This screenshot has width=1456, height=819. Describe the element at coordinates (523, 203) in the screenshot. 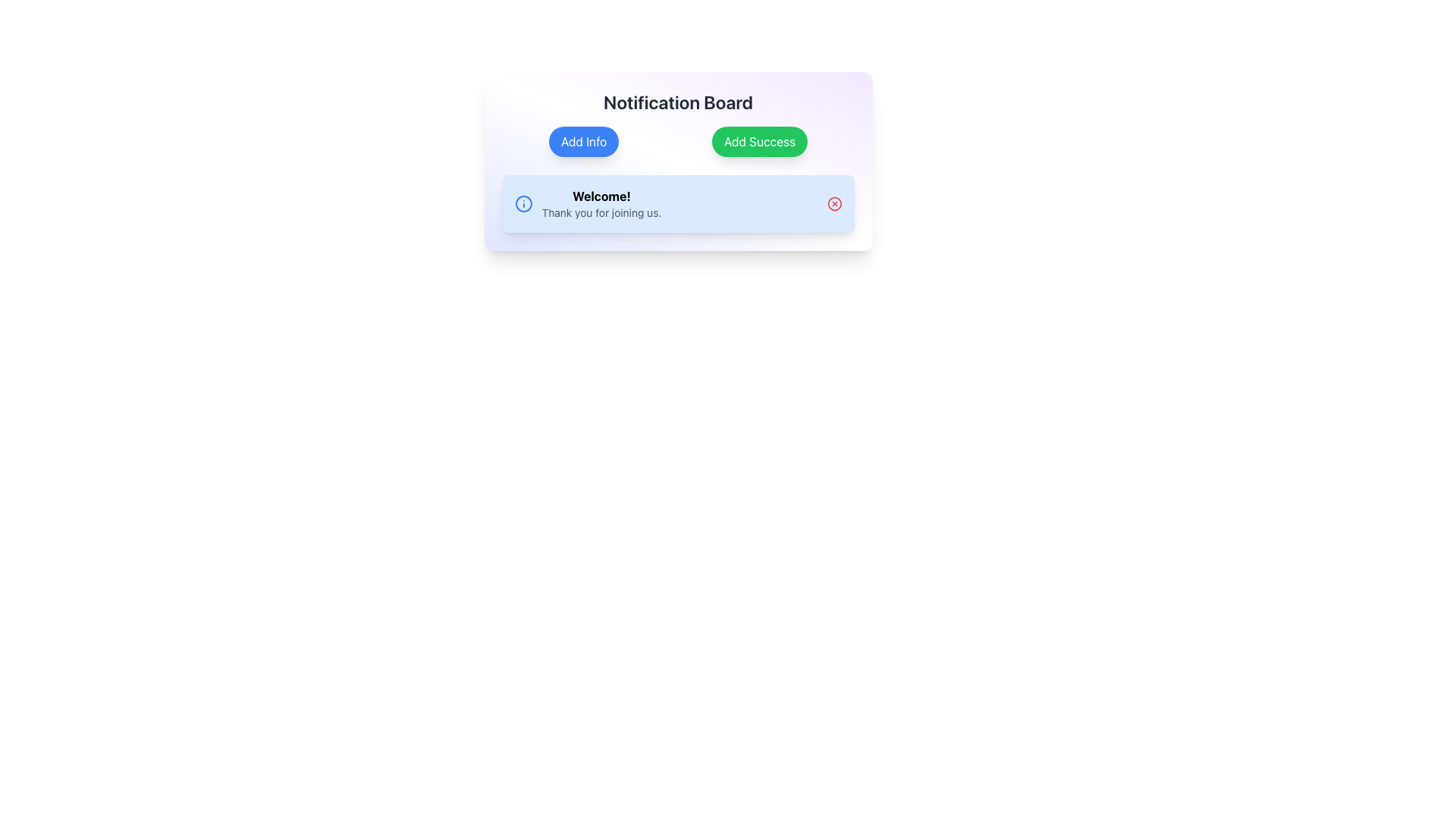

I see `the informational icon located within the notification card, adjacent to the text 'Welcome! Thank you for joining us.'` at that location.